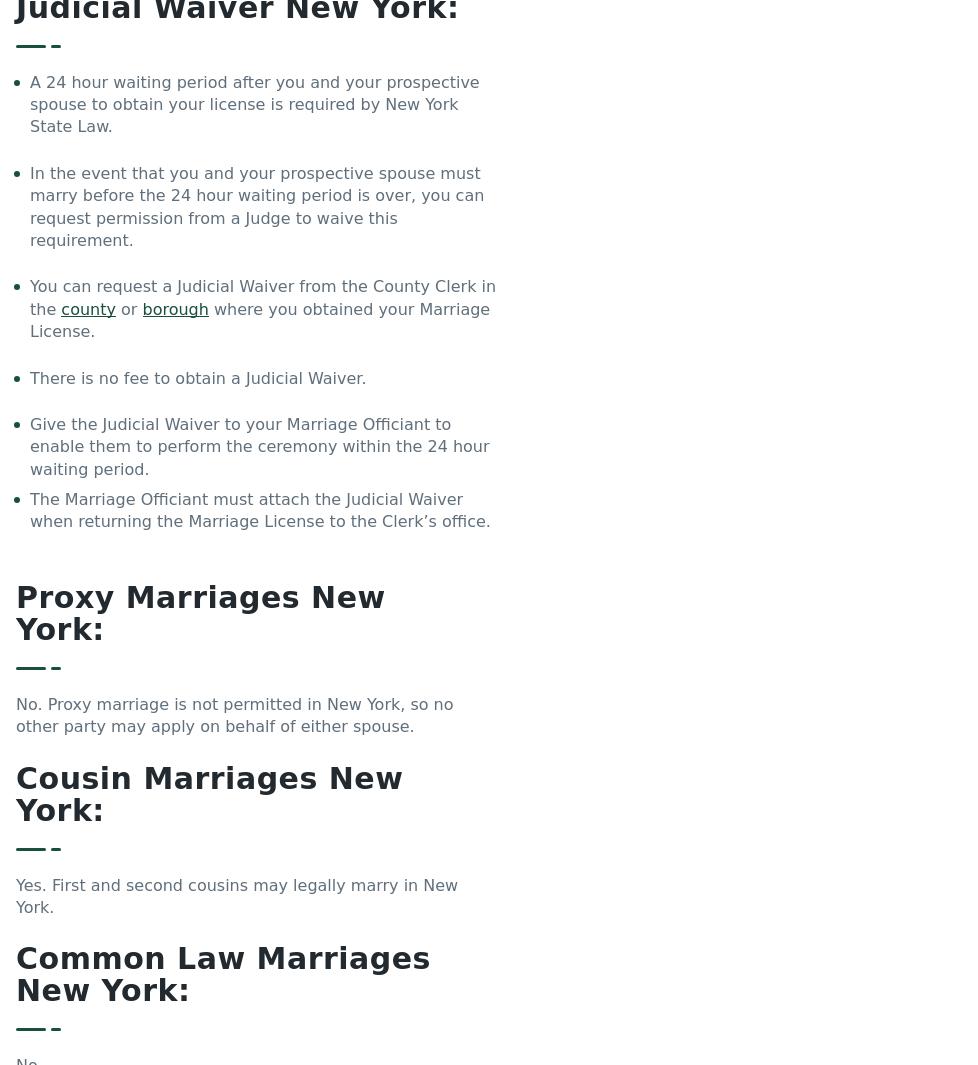 The width and height of the screenshot is (978, 1065). I want to click on 'There is no fee to obtain a Judicial Waiver.', so click(198, 376).